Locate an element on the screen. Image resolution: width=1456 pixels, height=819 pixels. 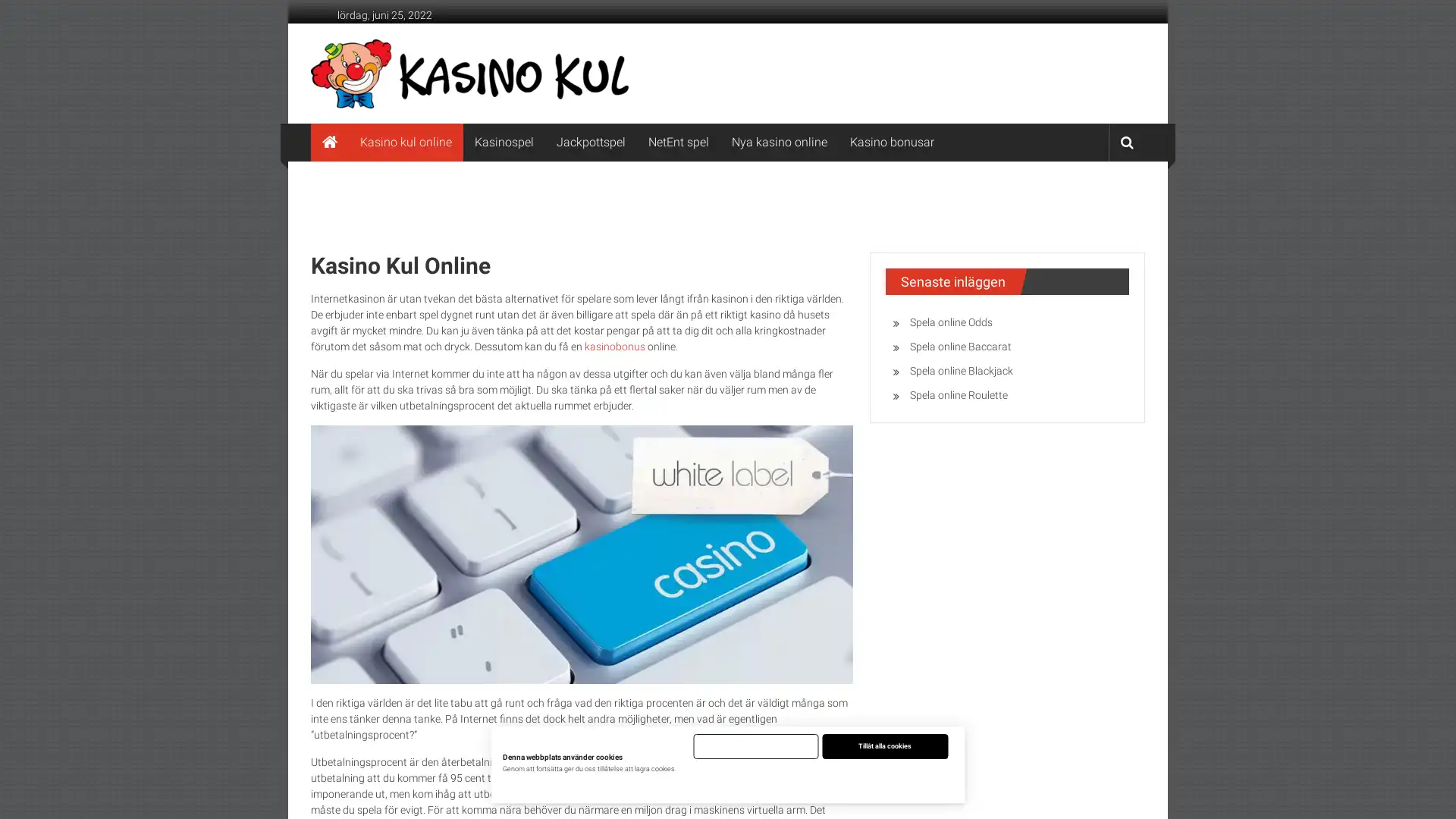
Justera installningar is located at coordinates (819, 779).